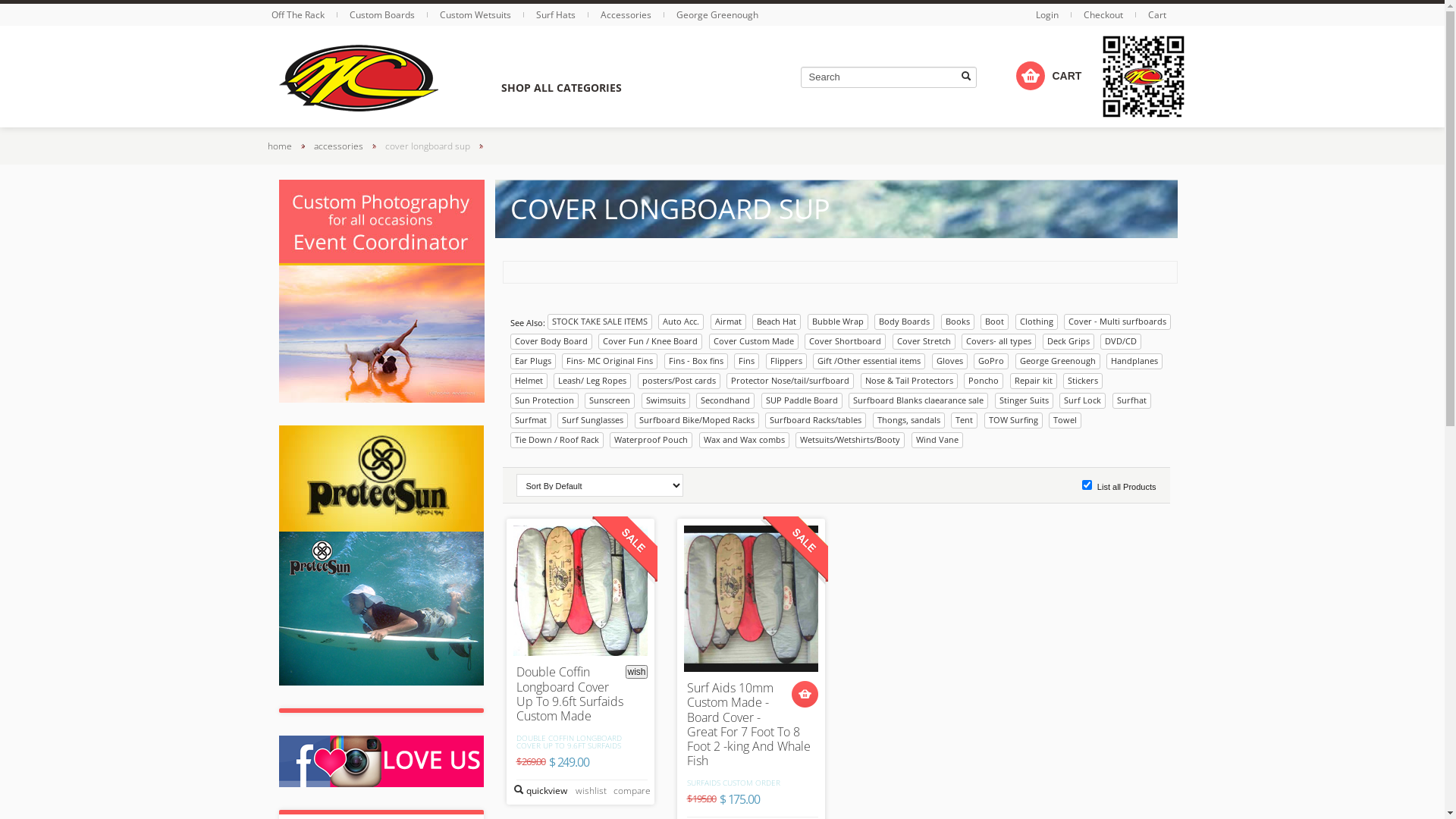 This screenshot has width=1456, height=819. Describe the element at coordinates (591, 380) in the screenshot. I see `'Leash/ Leg Ropes'` at that location.